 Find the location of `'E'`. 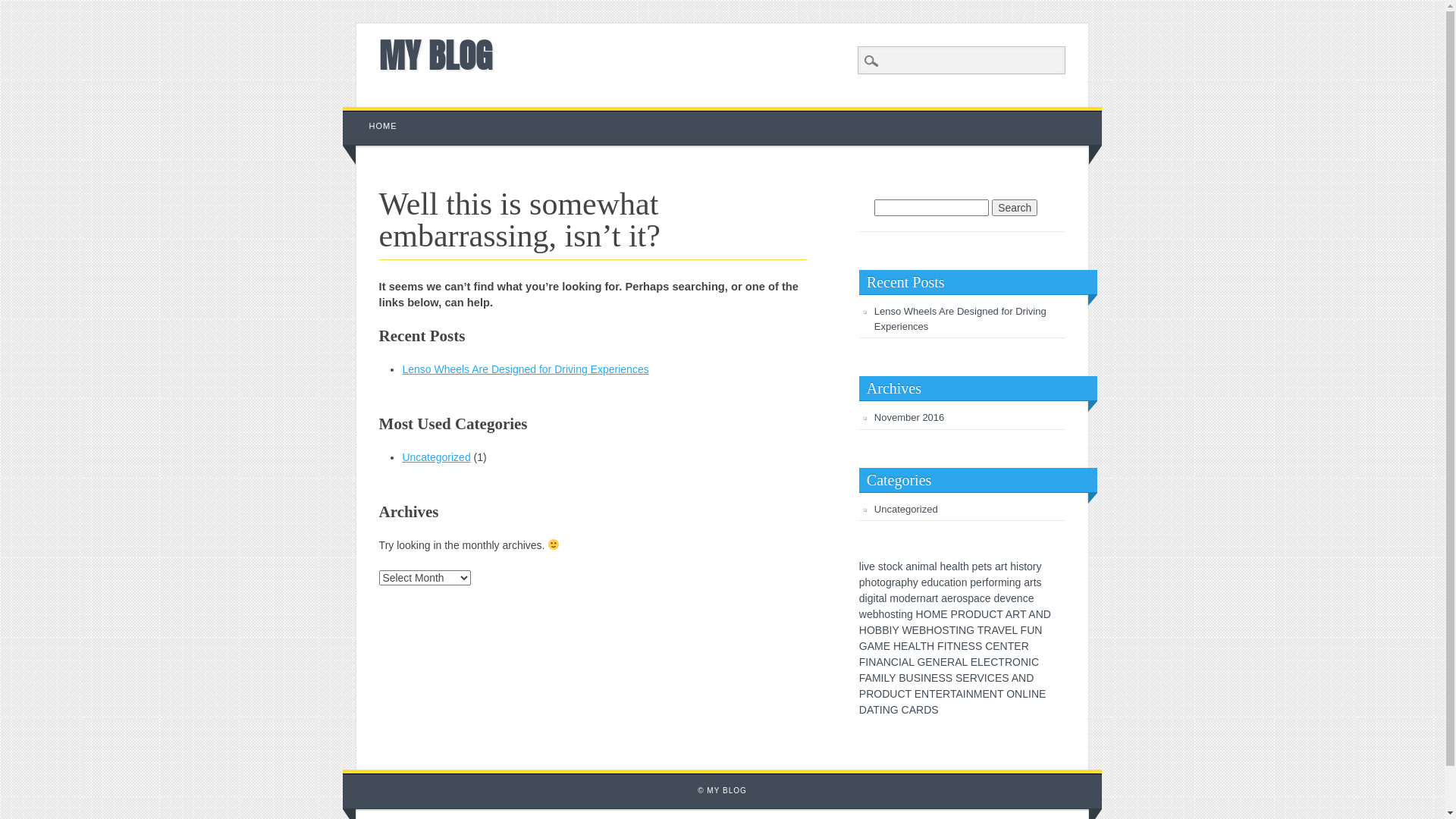

'E' is located at coordinates (943, 614).